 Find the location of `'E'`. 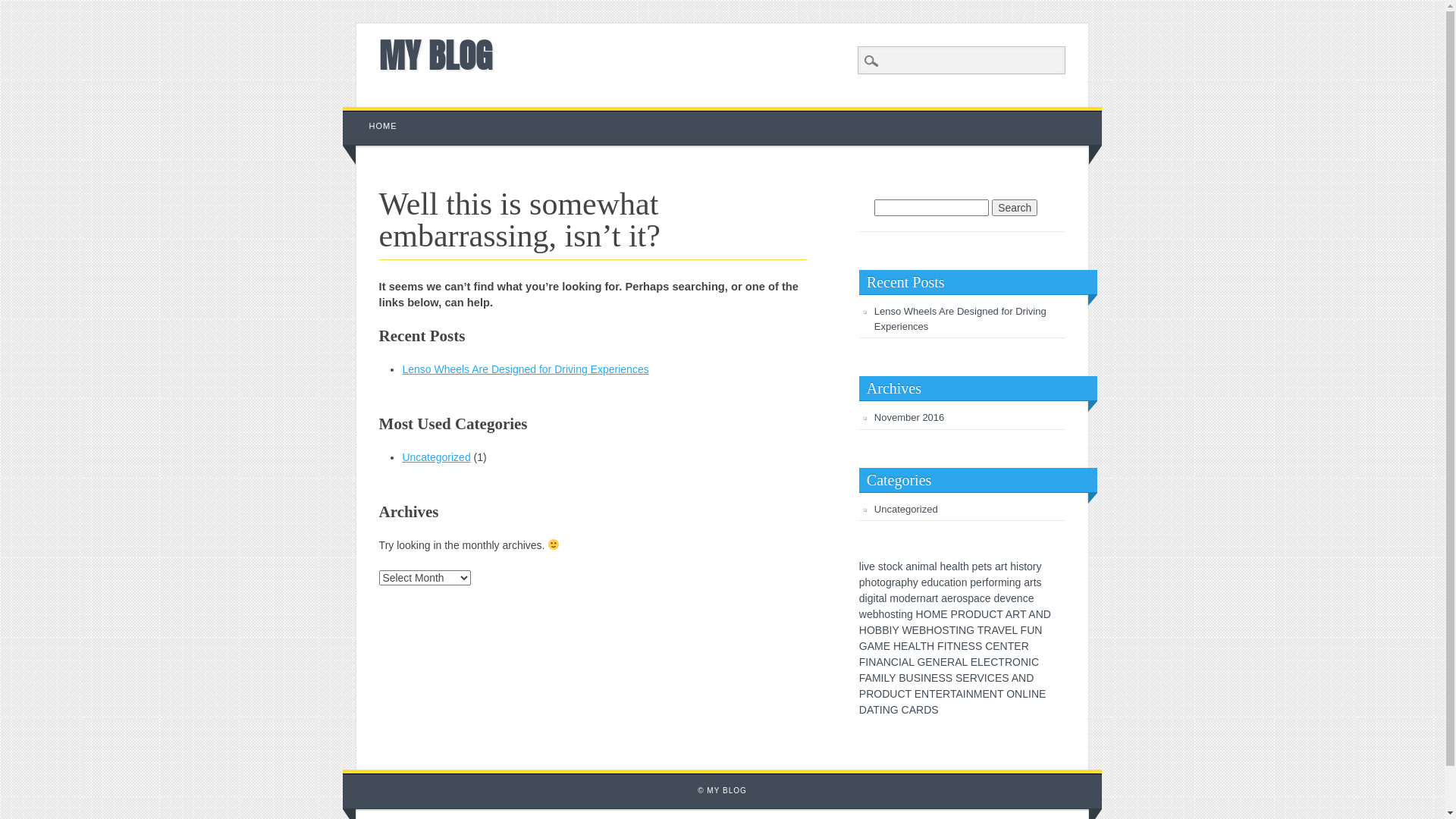

'E' is located at coordinates (943, 614).